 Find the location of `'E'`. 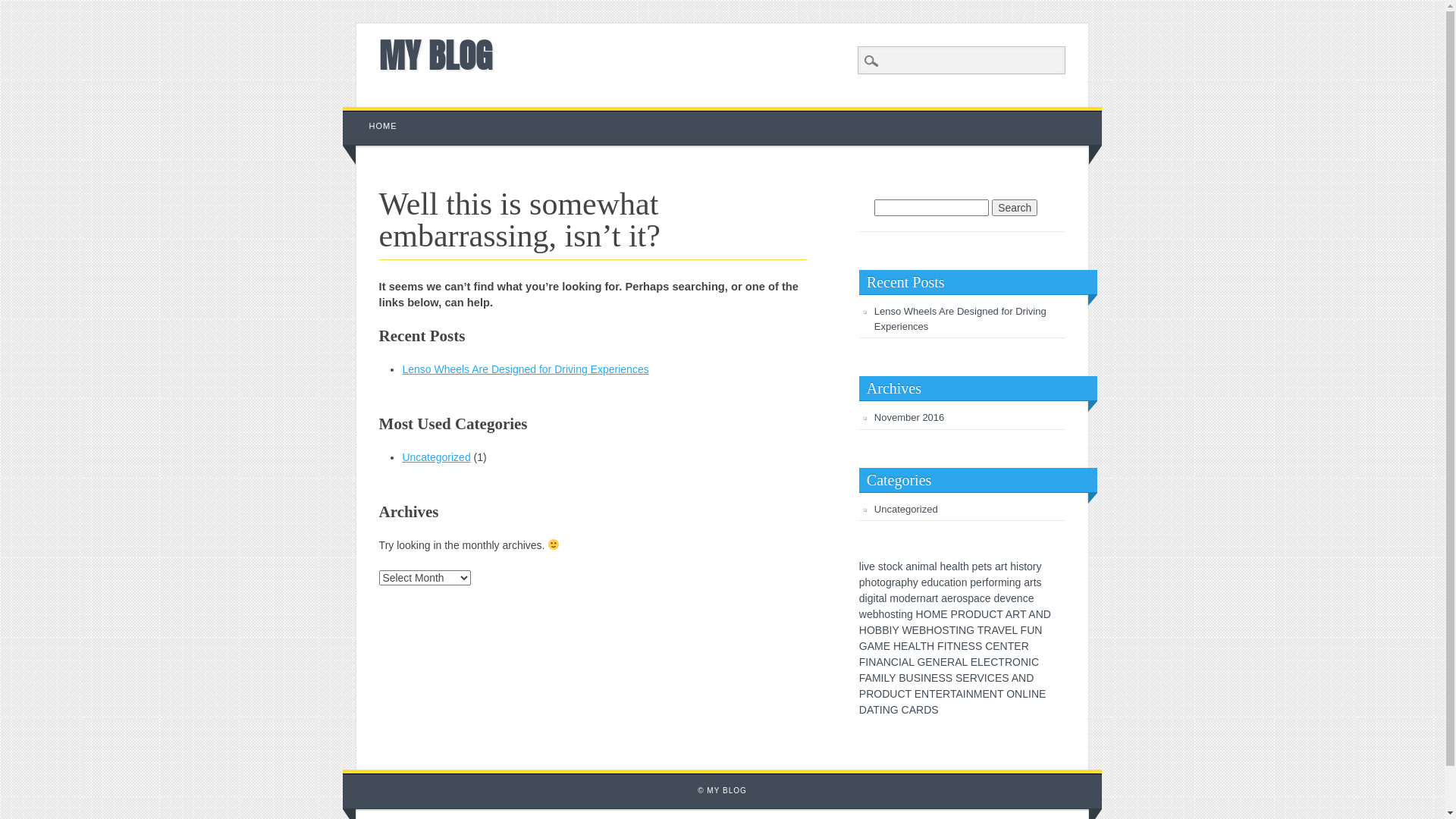

'E' is located at coordinates (943, 614).